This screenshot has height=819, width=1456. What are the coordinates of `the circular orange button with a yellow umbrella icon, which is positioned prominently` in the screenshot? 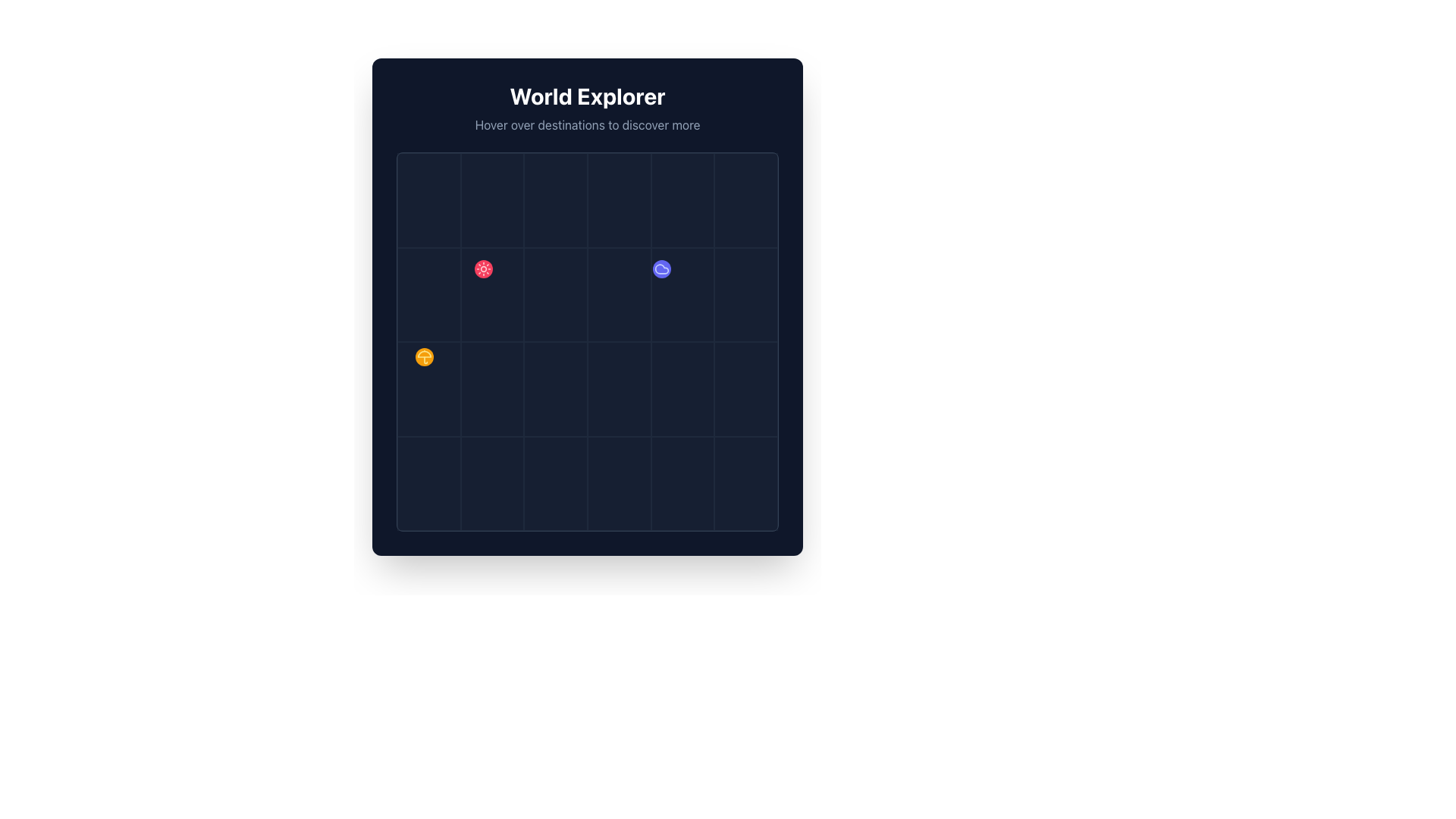 It's located at (425, 356).